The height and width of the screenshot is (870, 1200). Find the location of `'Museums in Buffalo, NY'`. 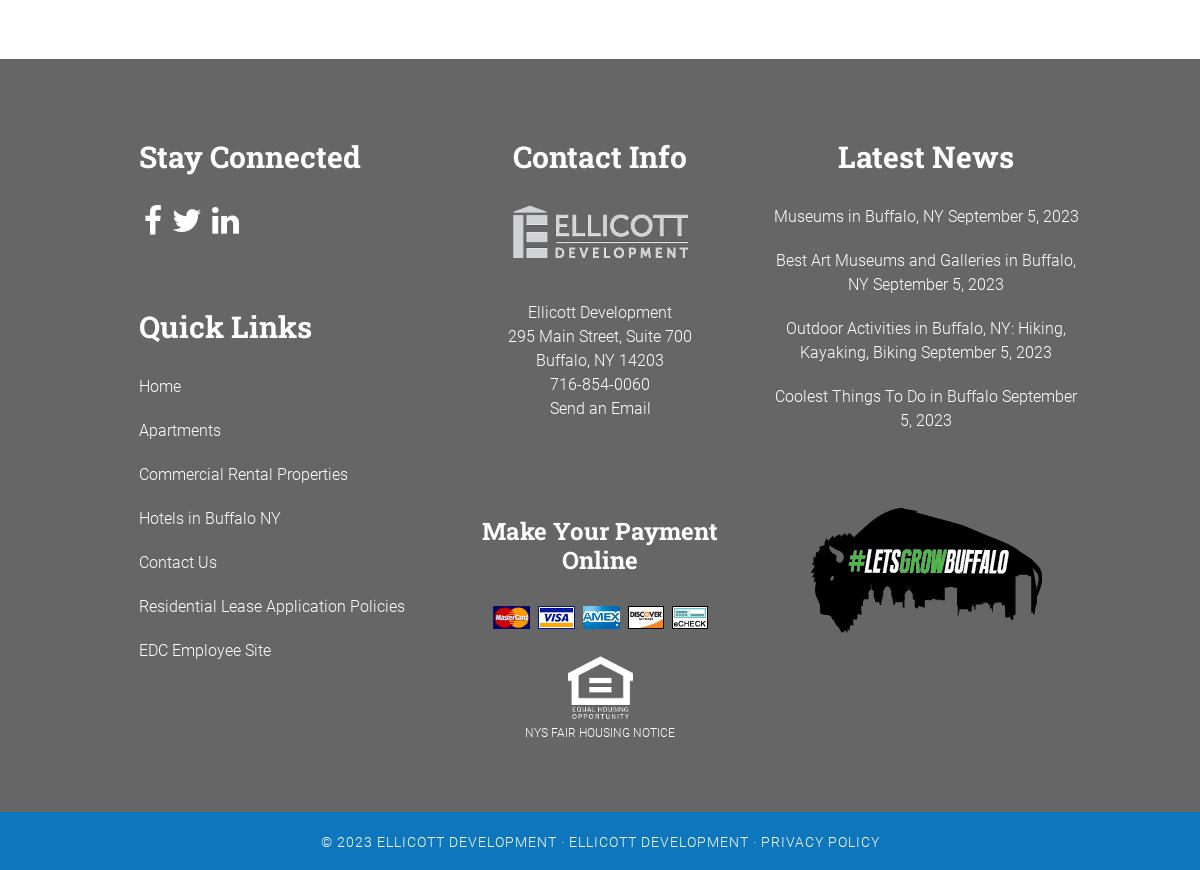

'Museums in Buffalo, NY' is located at coordinates (772, 215).